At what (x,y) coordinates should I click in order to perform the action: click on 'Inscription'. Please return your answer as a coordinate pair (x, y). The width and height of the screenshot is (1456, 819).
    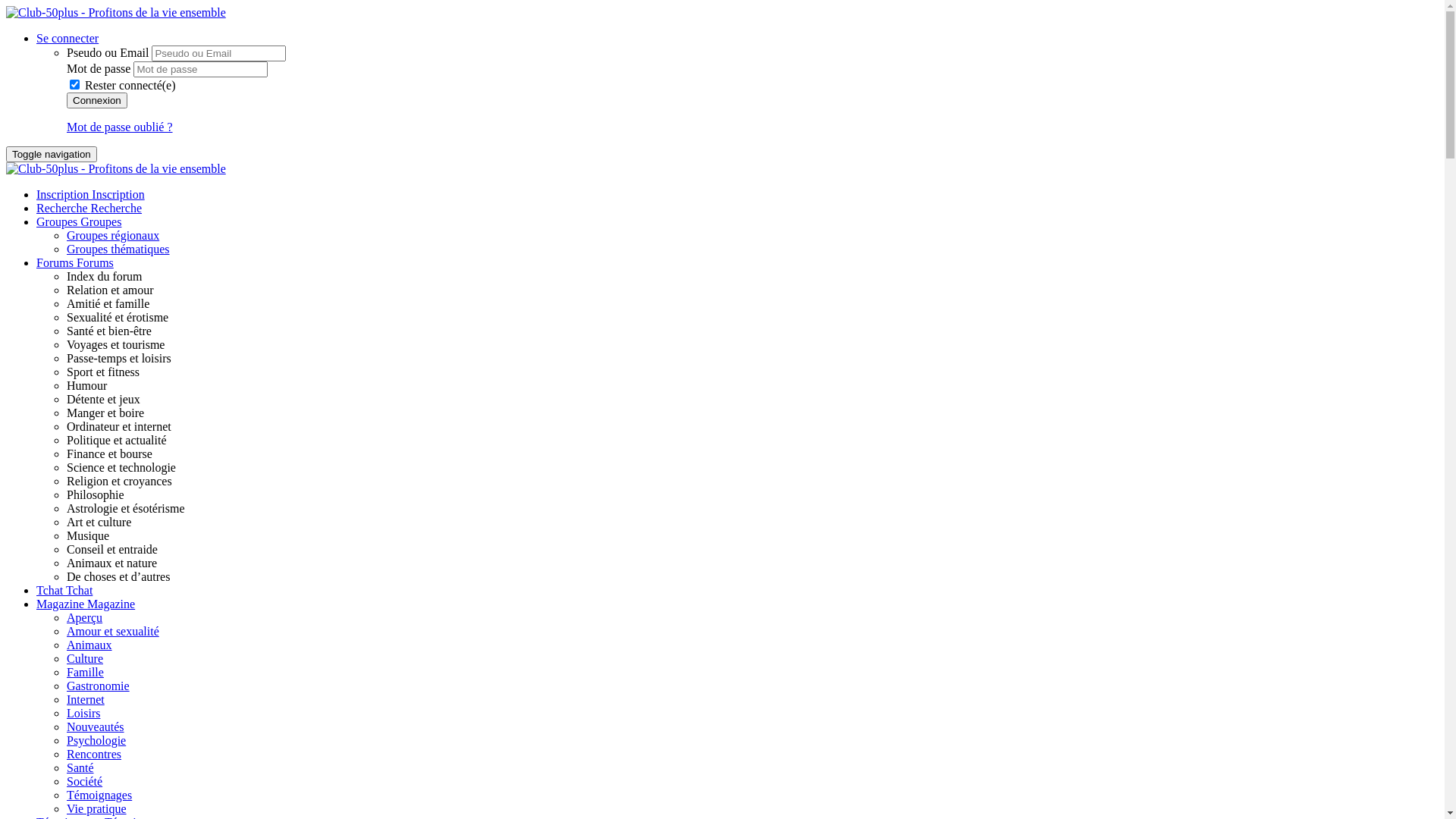
    Looking at the image, I should click on (117, 193).